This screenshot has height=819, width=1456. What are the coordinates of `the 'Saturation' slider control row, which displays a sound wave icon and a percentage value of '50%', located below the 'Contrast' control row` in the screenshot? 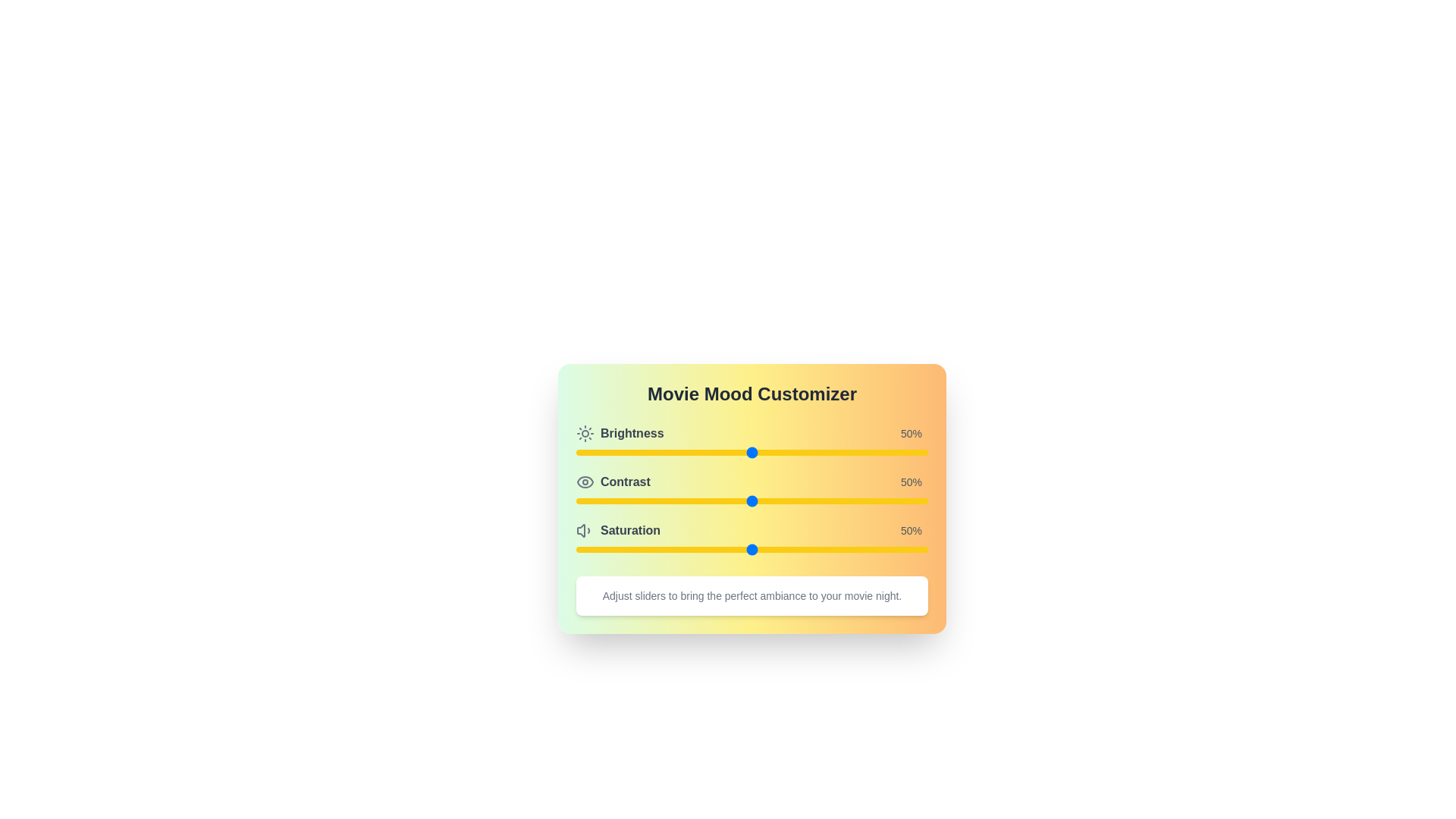 It's located at (752, 539).